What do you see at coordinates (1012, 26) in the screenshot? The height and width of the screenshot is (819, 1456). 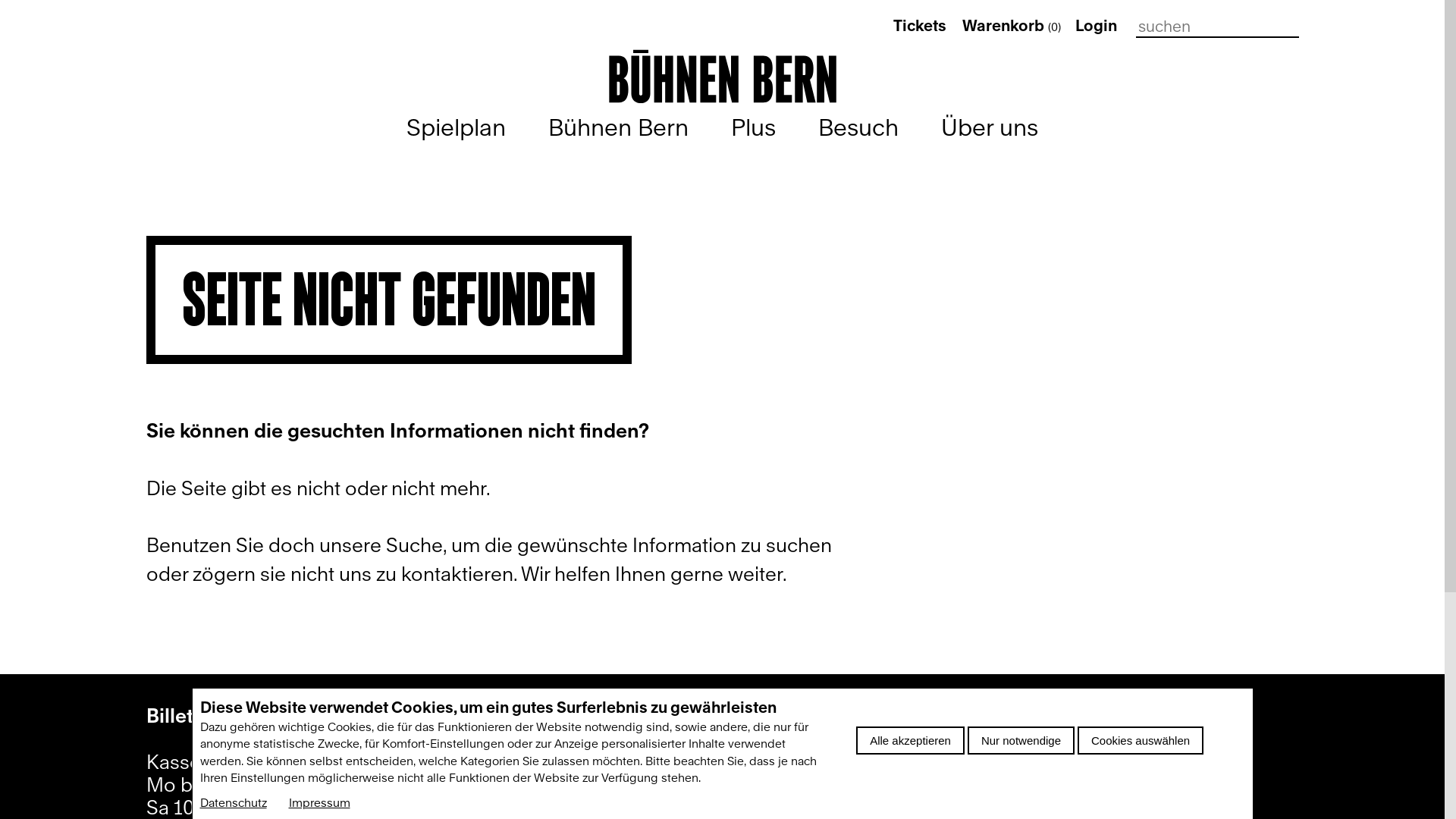 I see `'Warenkorb(0)'` at bounding box center [1012, 26].